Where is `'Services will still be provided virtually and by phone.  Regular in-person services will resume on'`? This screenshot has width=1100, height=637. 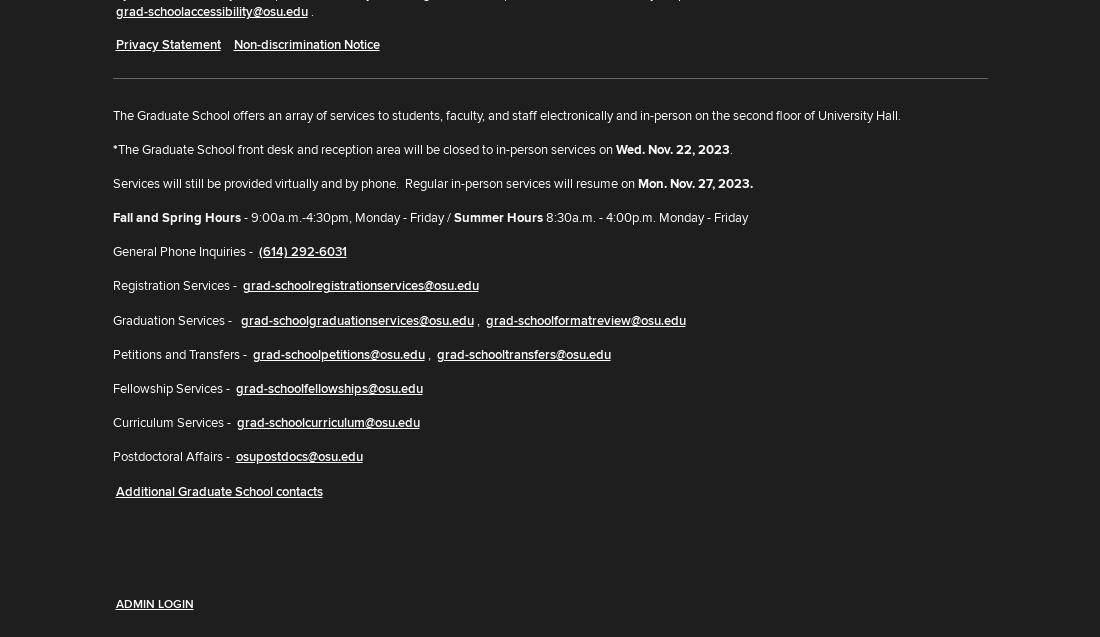
'Services will still be provided virtually and by phone.  Regular in-person services will resume on' is located at coordinates (374, 183).